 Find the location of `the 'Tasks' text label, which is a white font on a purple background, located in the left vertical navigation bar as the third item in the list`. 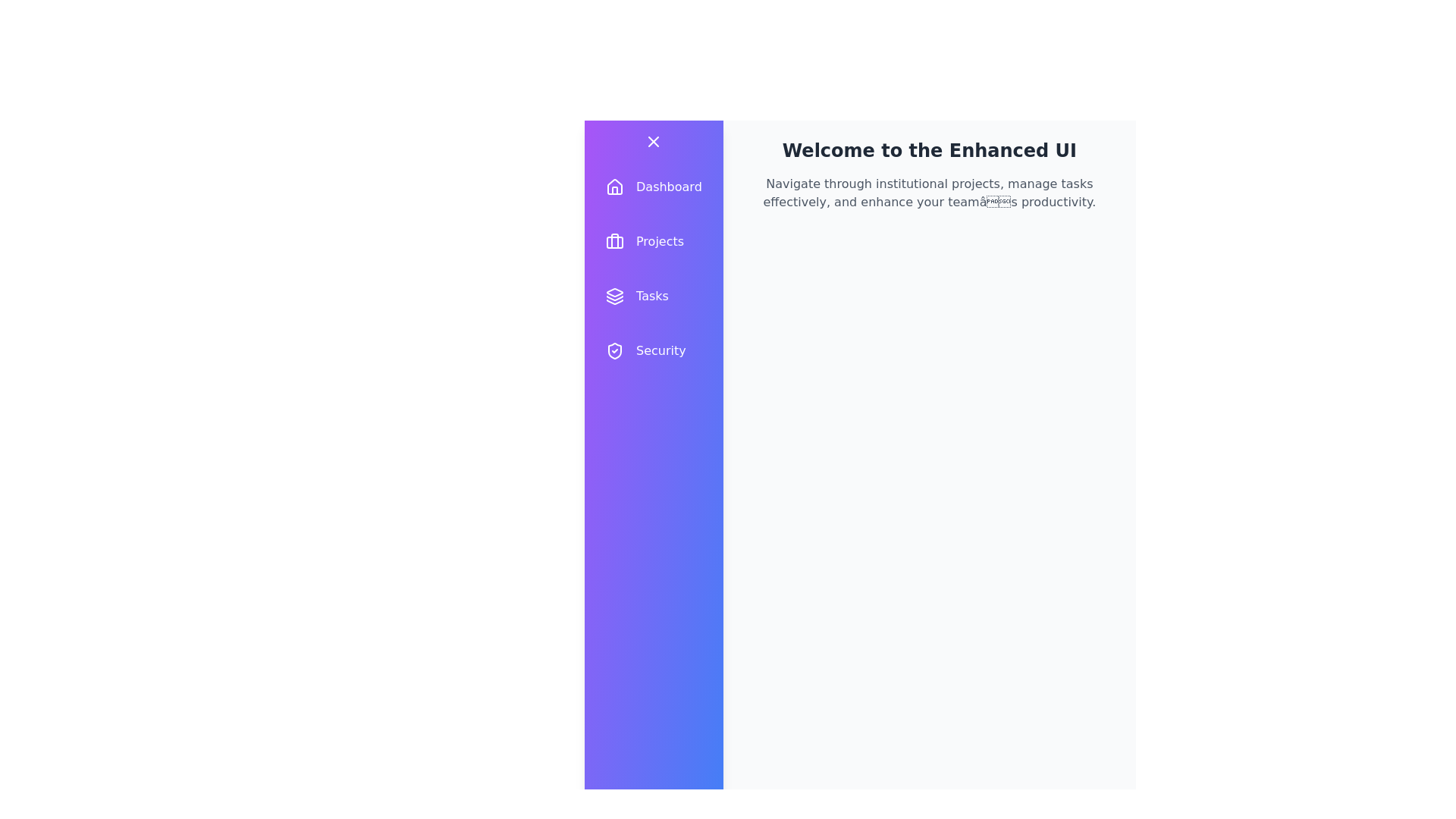

the 'Tasks' text label, which is a white font on a purple background, located in the left vertical navigation bar as the third item in the list is located at coordinates (652, 296).